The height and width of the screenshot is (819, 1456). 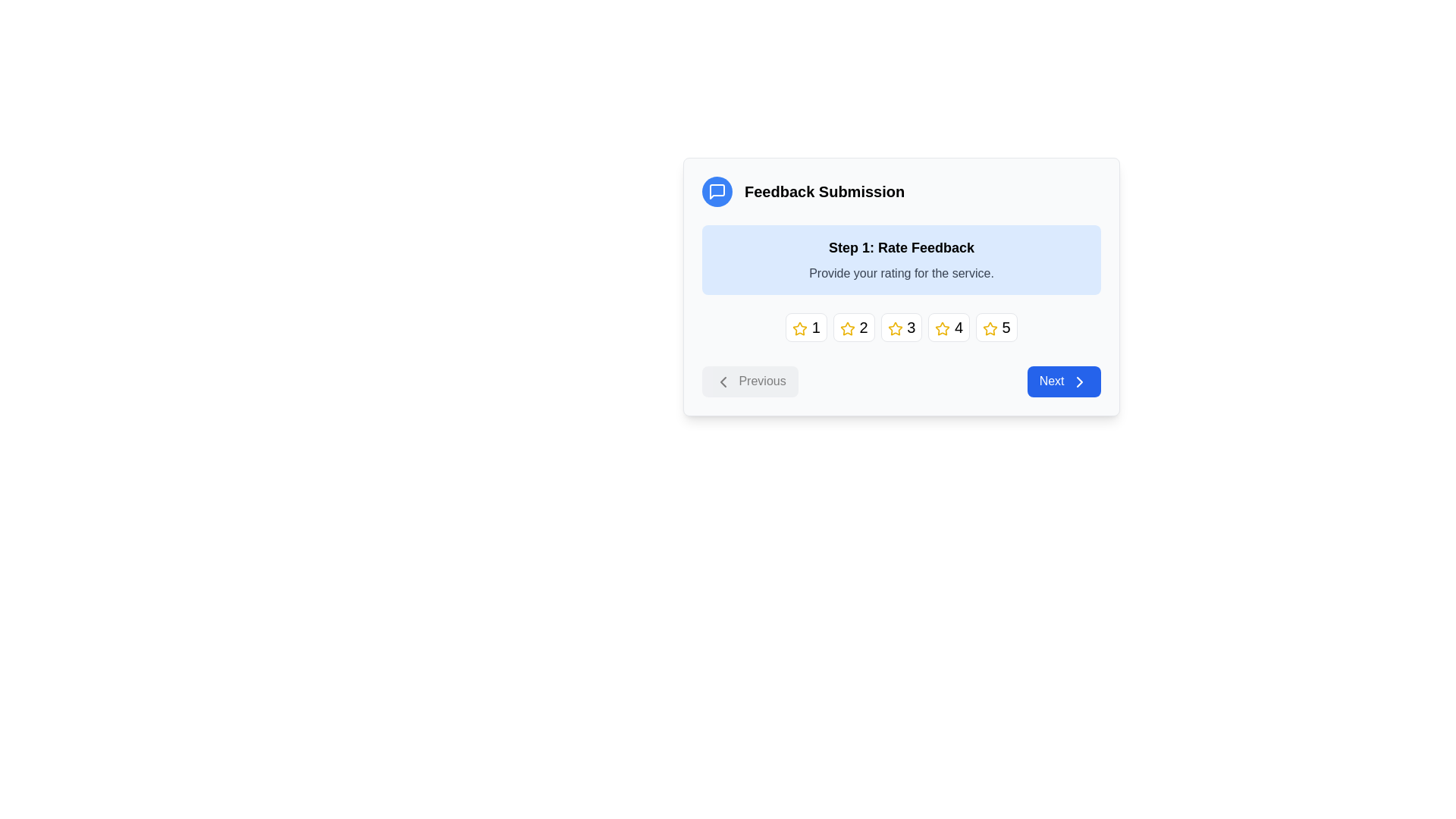 What do you see at coordinates (942, 328) in the screenshot?
I see `the fourth star icon in the rating sequence` at bounding box center [942, 328].